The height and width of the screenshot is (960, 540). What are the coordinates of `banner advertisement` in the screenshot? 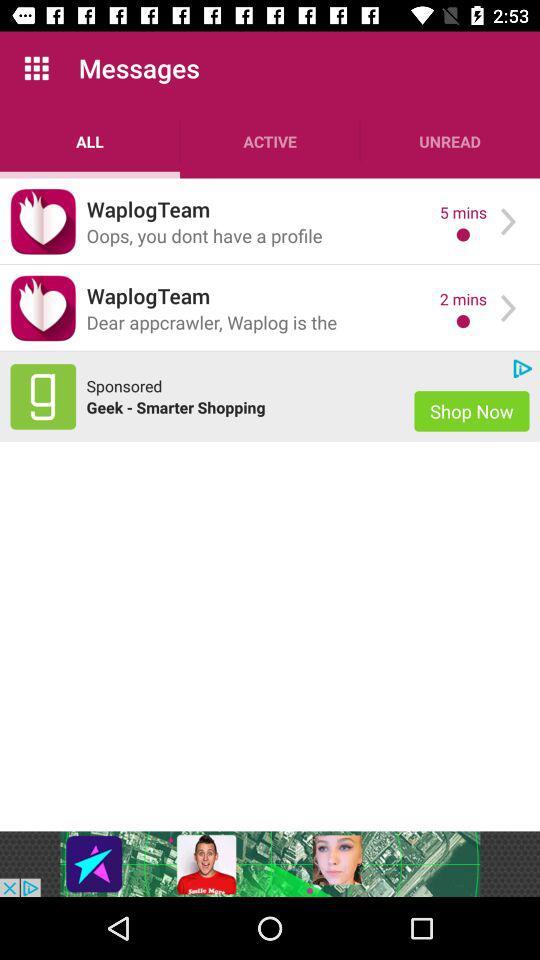 It's located at (270, 863).